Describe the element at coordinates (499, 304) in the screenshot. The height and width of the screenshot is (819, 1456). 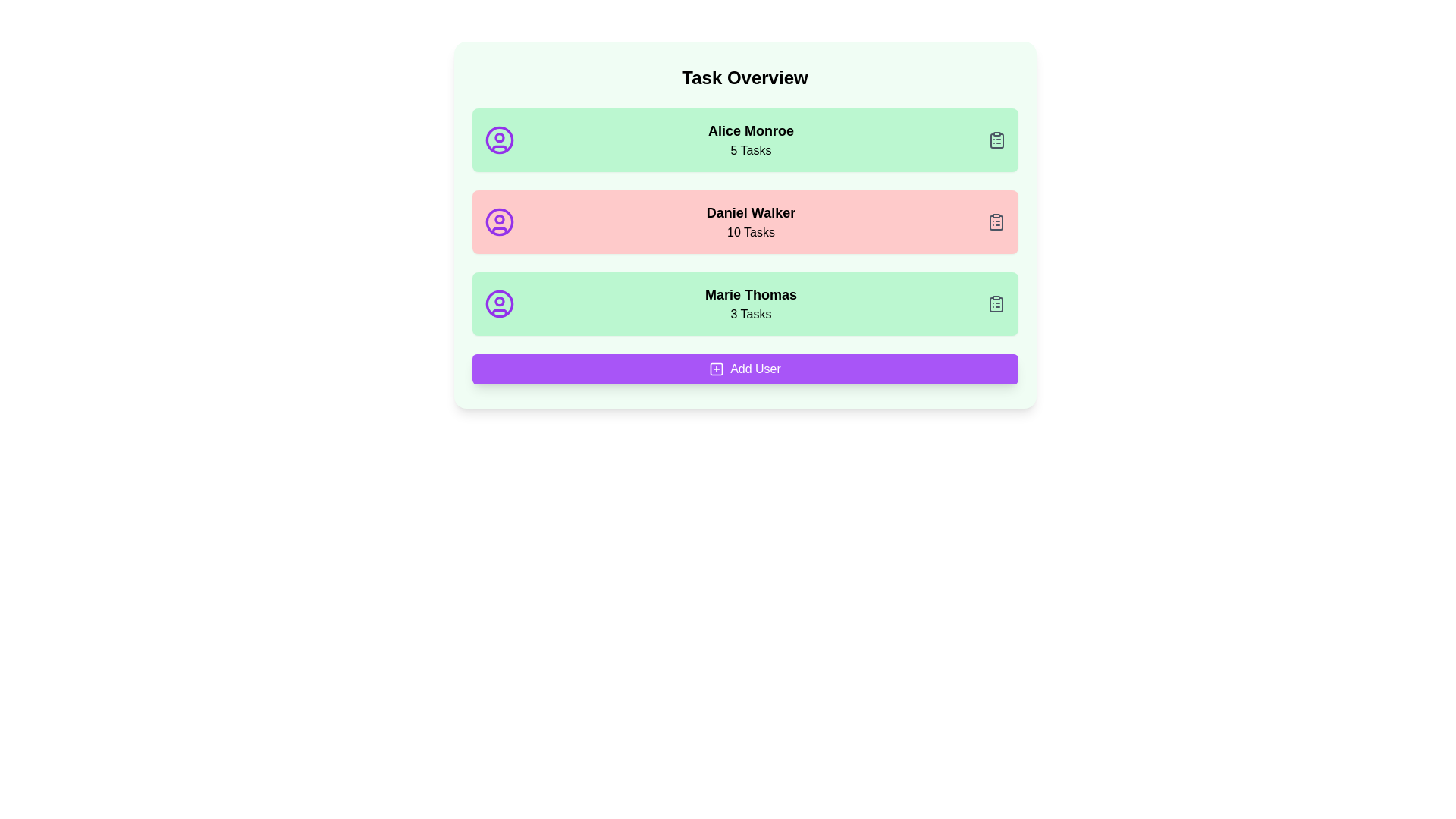
I see `the user detail icon for Marie Thomas to view their details` at that location.